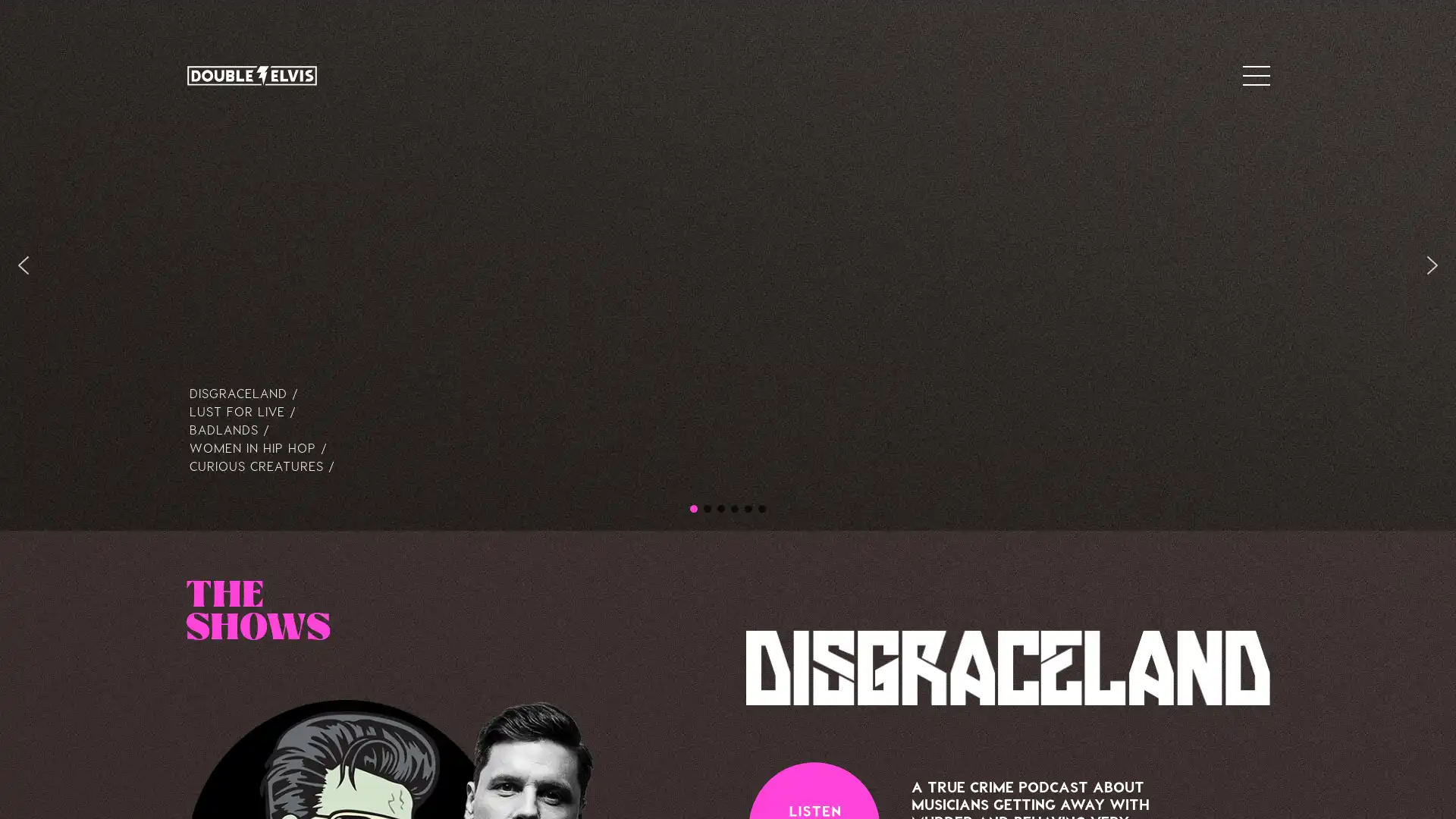 This screenshot has width=1456, height=819. What do you see at coordinates (761, 509) in the screenshot?
I see `CC` at bounding box center [761, 509].